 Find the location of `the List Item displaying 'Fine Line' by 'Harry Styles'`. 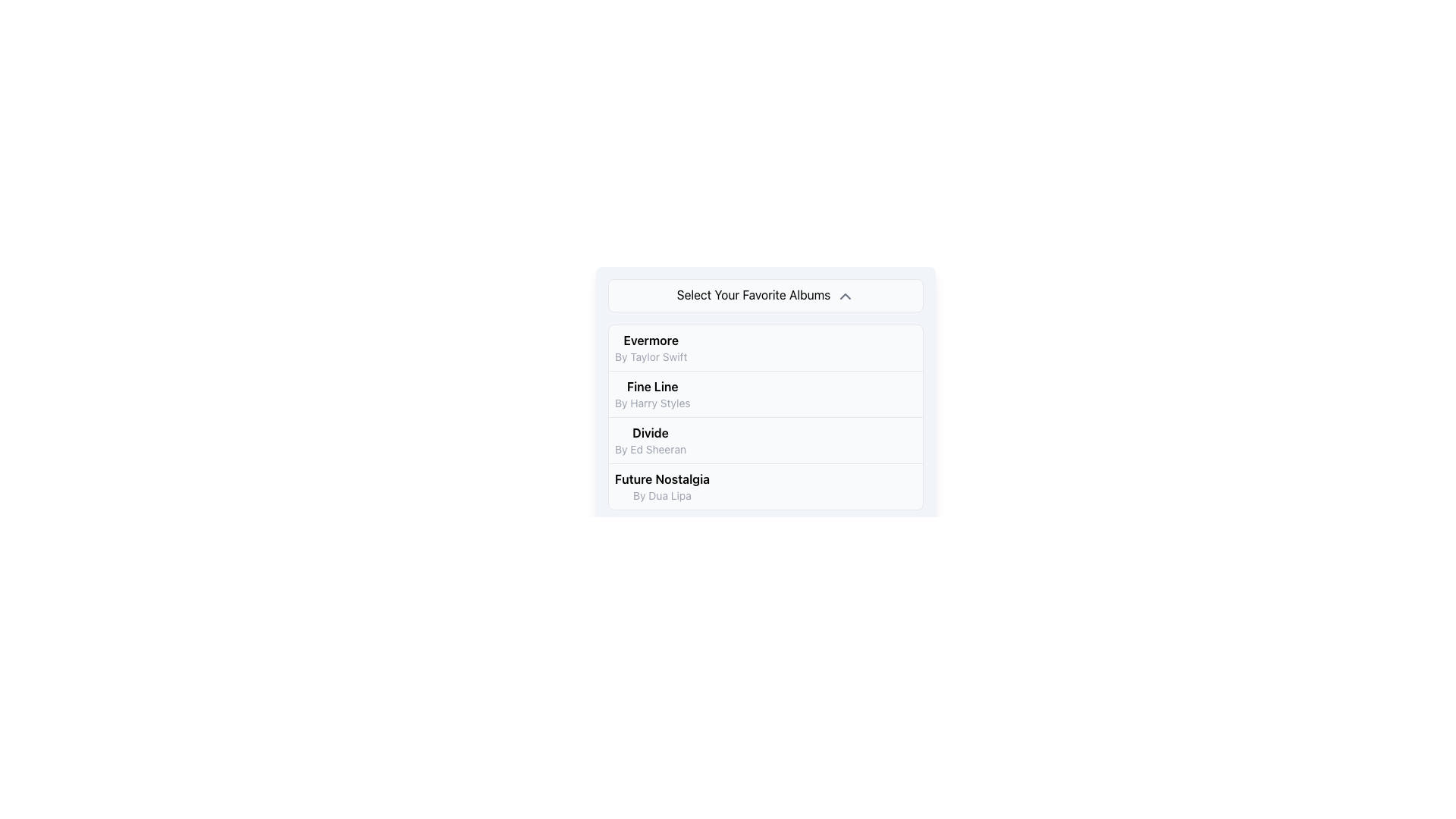

the List Item displaying 'Fine Line' by 'Harry Styles' is located at coordinates (765, 393).